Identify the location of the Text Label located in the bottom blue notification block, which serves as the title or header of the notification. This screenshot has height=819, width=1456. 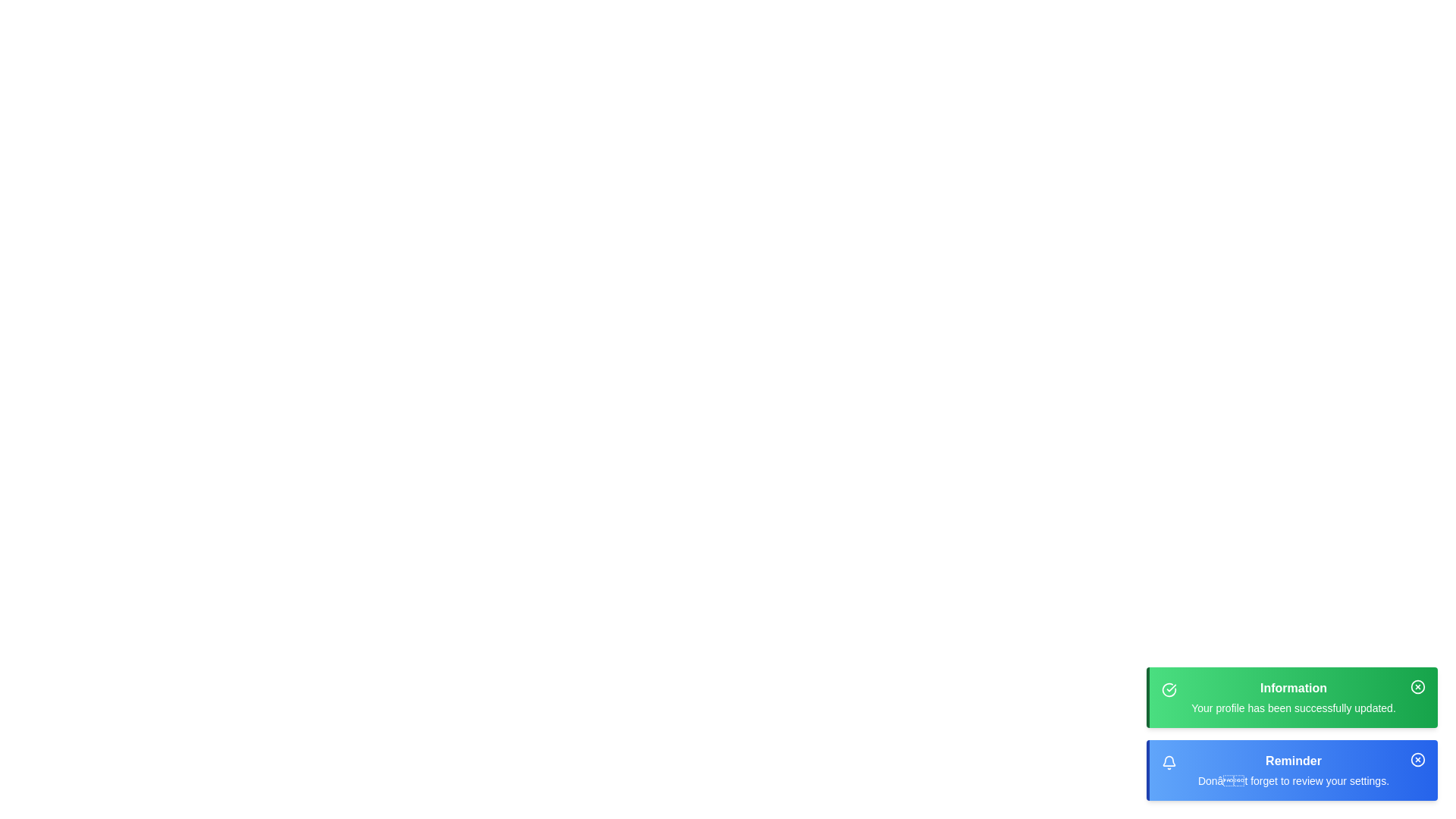
(1292, 761).